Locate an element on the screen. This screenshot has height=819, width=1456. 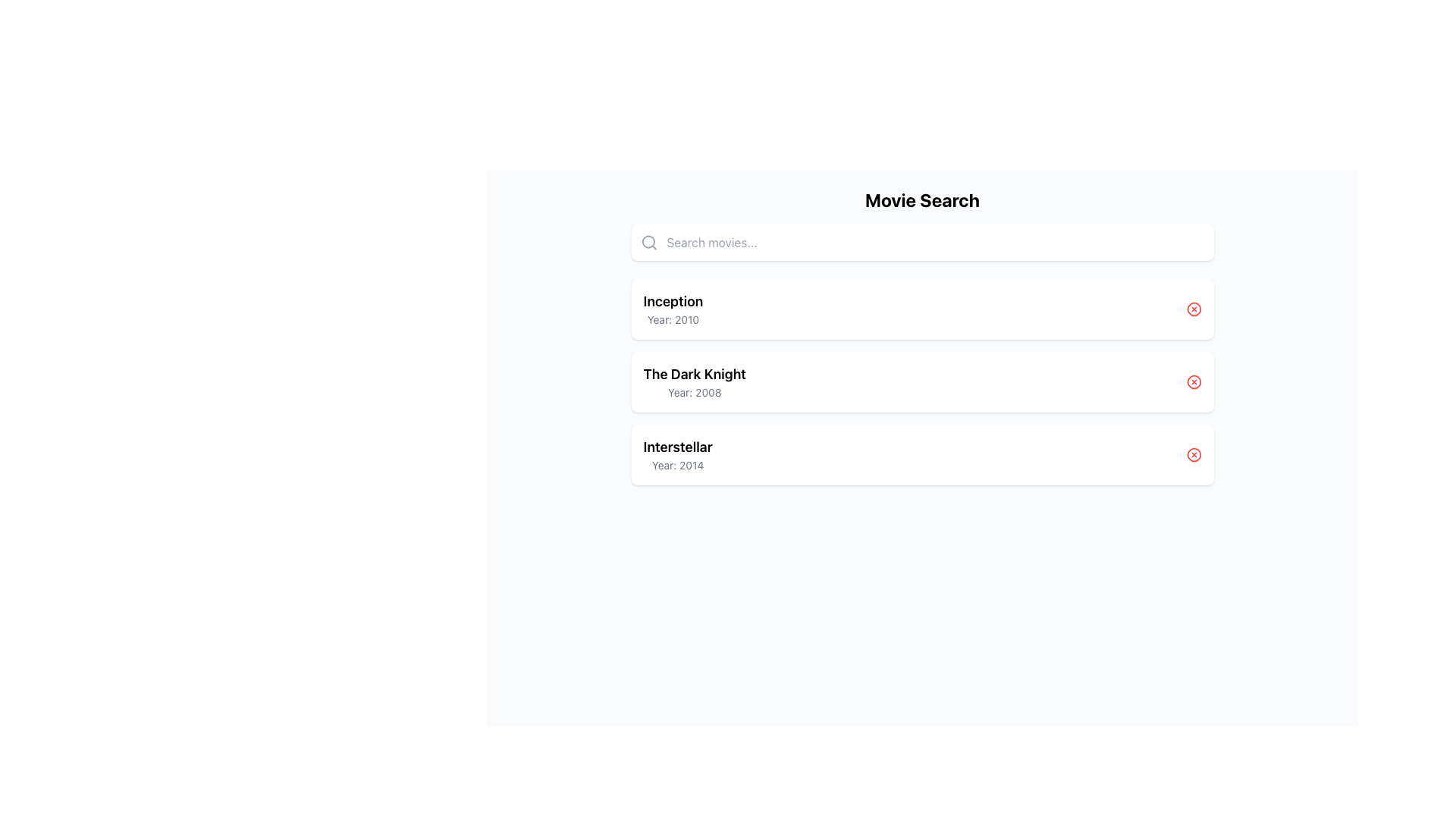
the text label displaying the release year of the movie 'Inception', located directly beneath its title is located at coordinates (672, 318).